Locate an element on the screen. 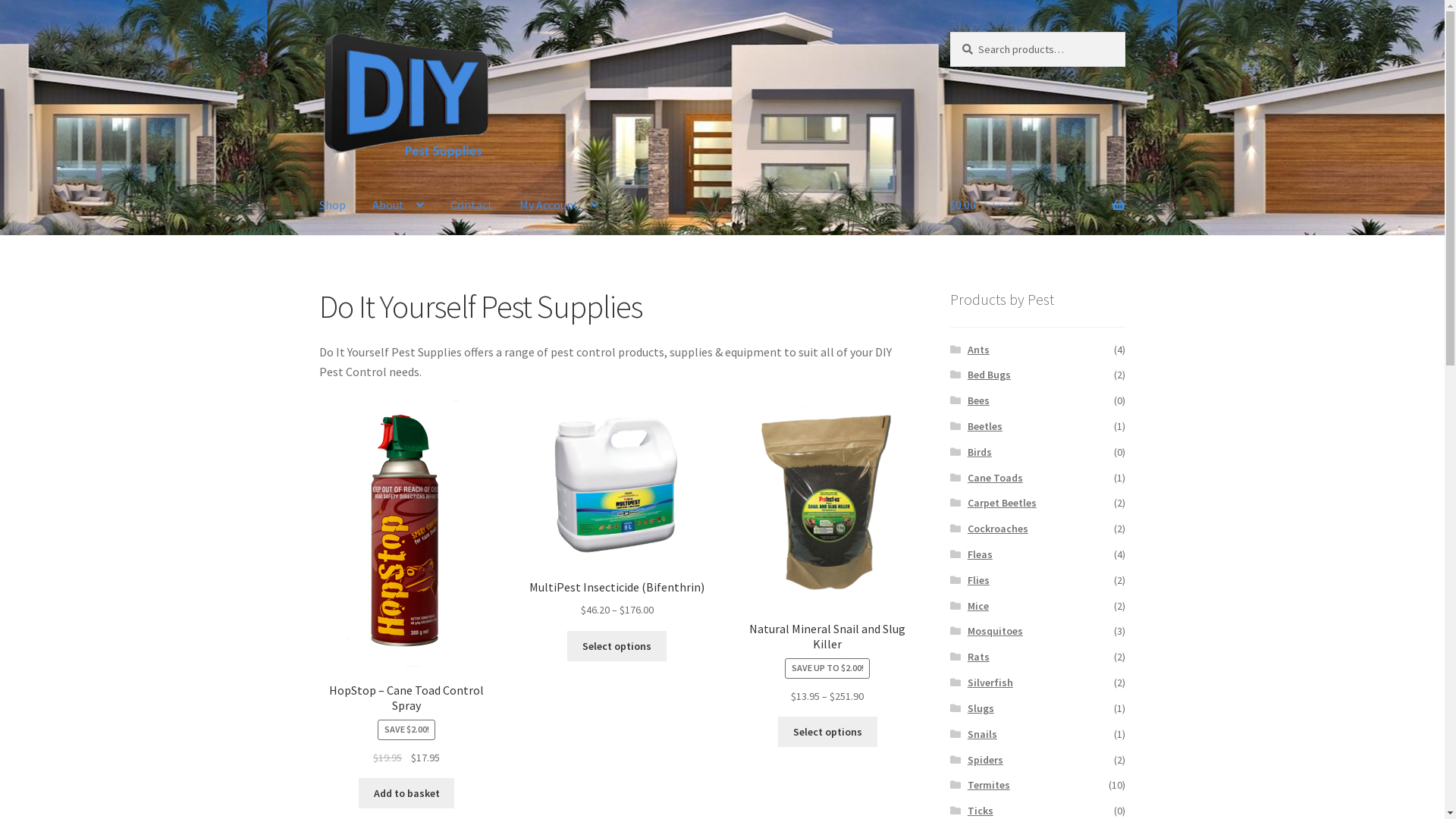  'Skip to navigation' is located at coordinates (318, 31).